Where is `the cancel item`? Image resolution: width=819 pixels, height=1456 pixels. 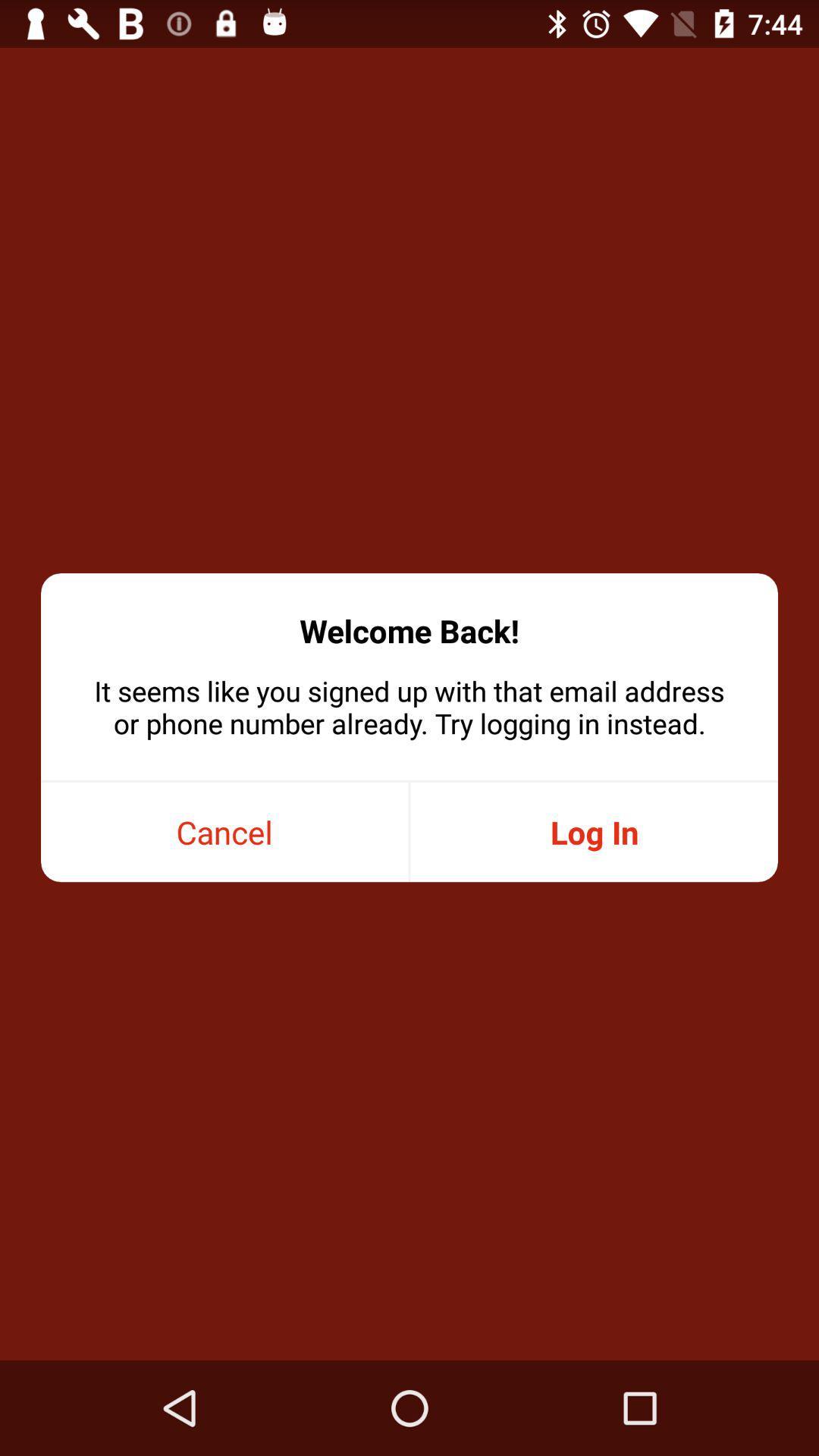 the cancel item is located at coordinates (224, 831).